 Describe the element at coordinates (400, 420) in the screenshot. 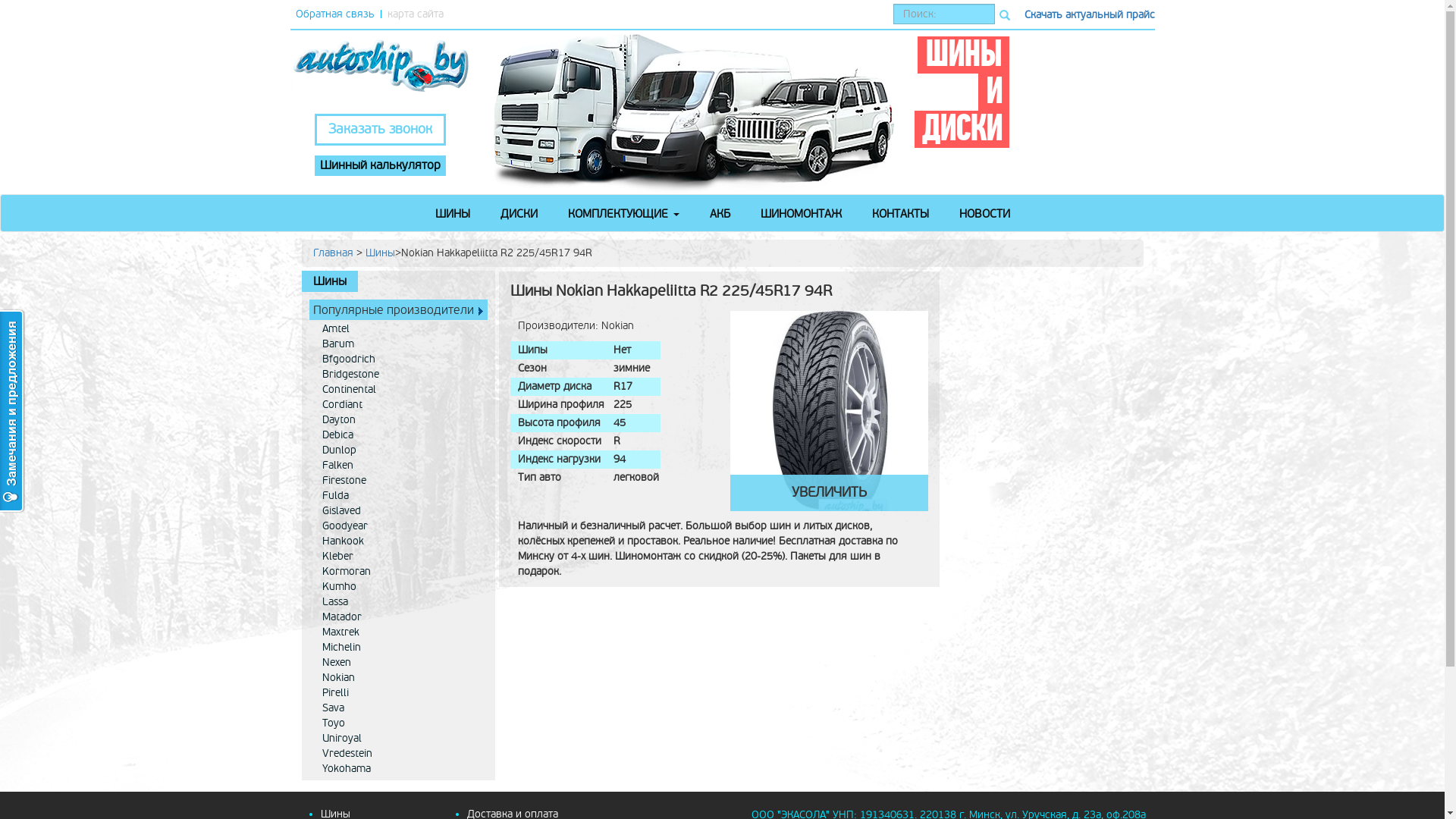

I see `'Dayton'` at that location.